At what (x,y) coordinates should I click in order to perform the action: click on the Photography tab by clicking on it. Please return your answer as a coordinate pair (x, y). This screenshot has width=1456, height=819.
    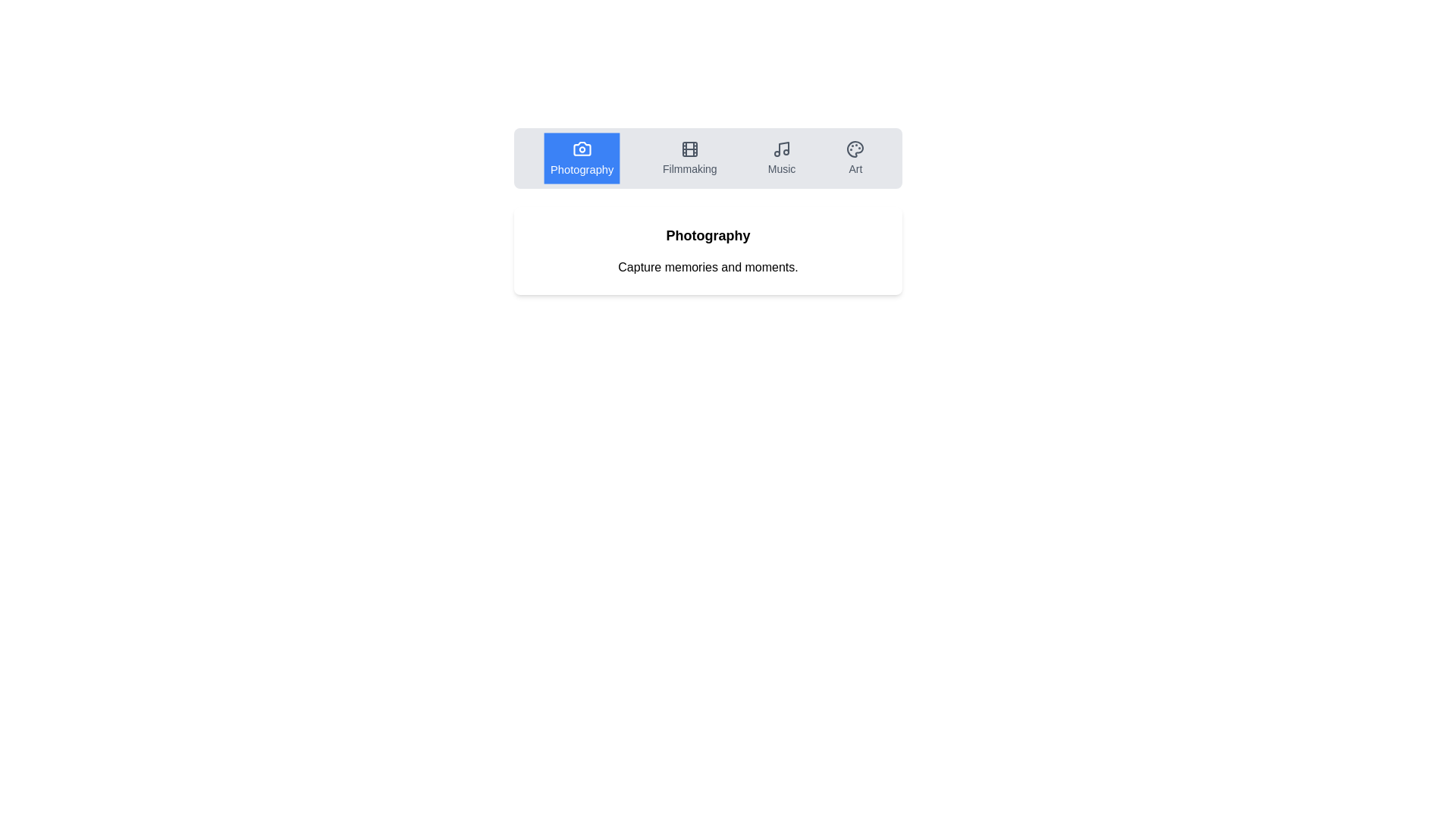
    Looking at the image, I should click on (581, 158).